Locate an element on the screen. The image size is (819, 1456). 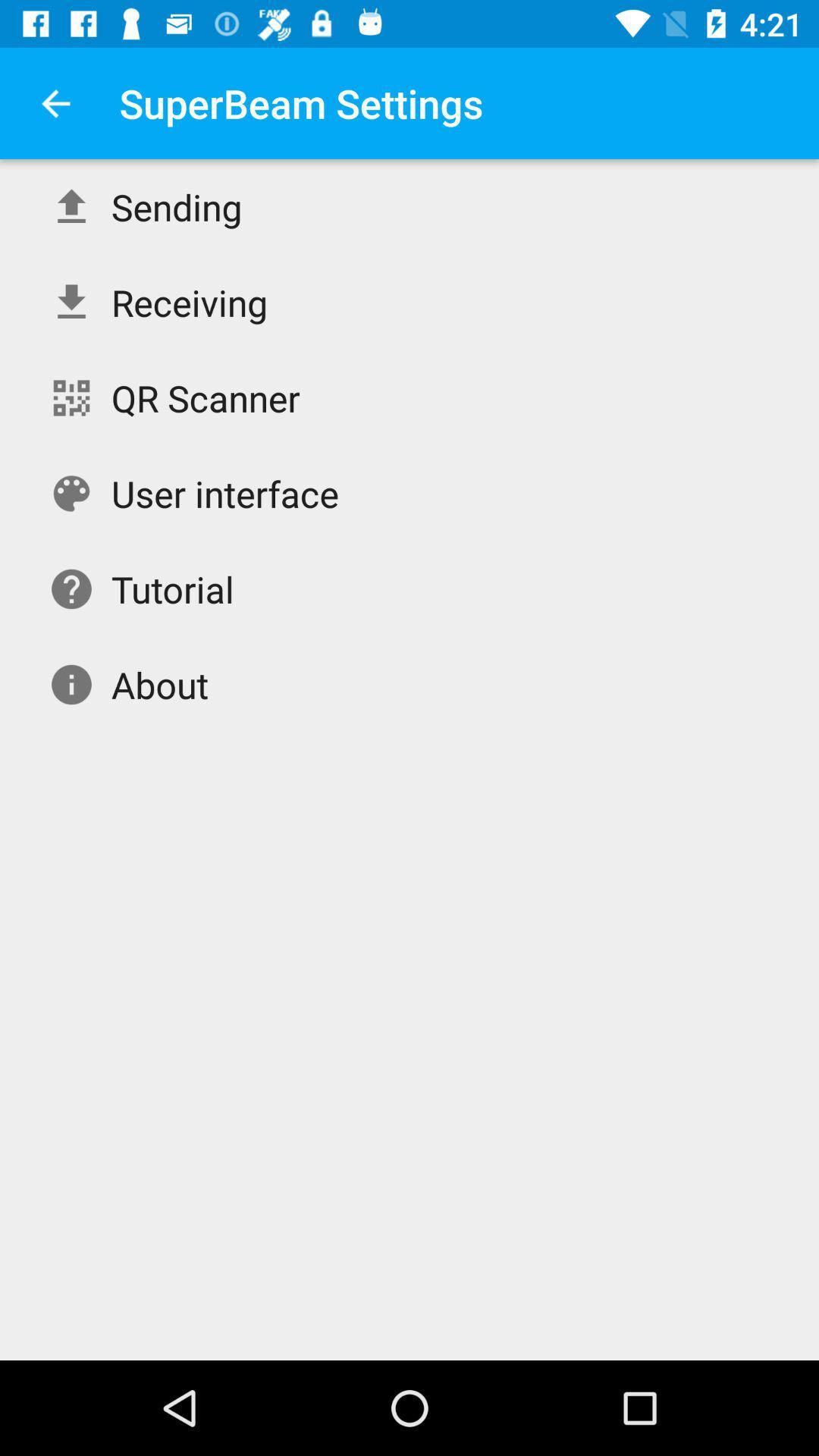
qr scanner item is located at coordinates (206, 397).